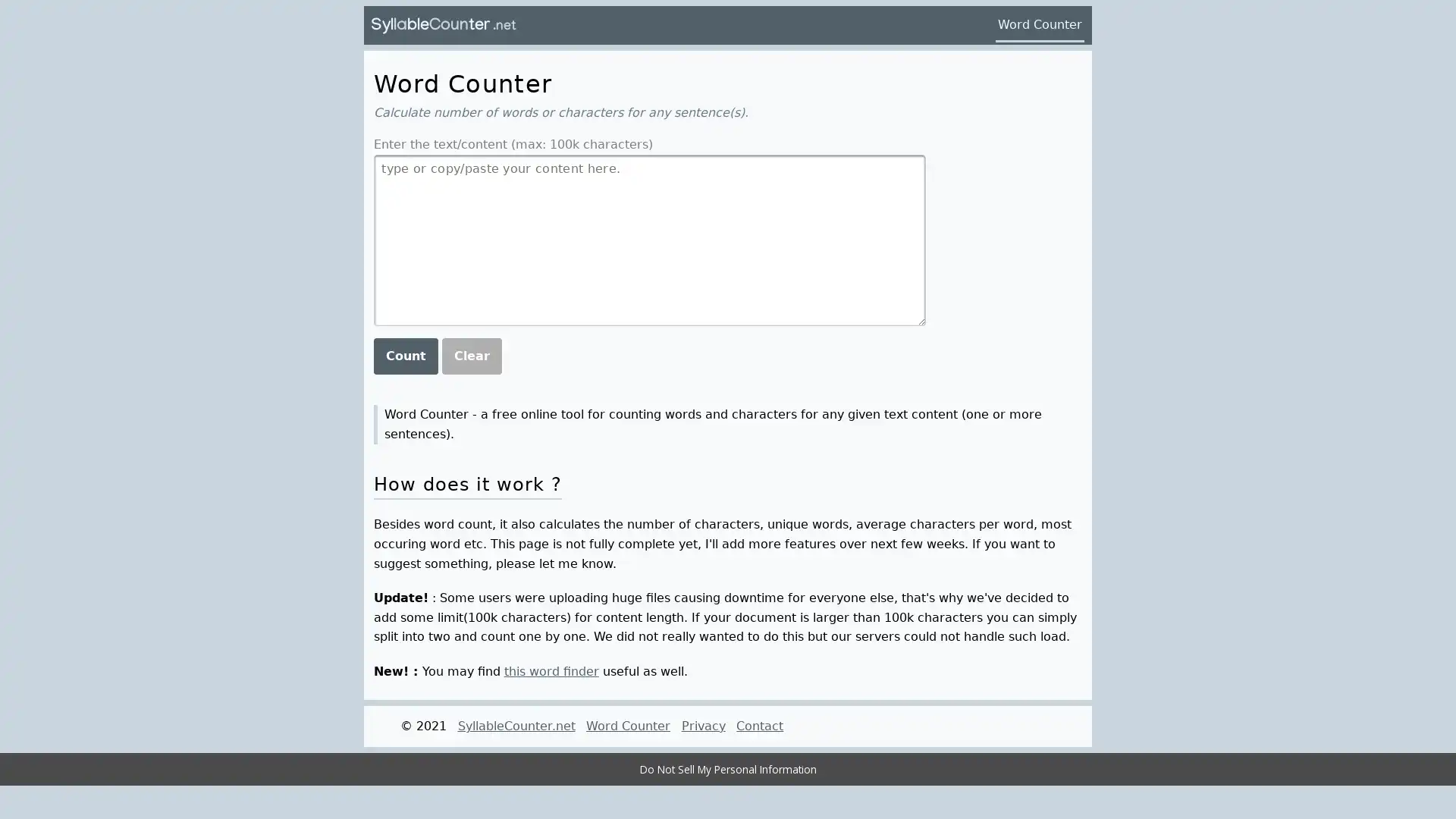 The height and width of the screenshot is (819, 1456). What do you see at coordinates (405, 356) in the screenshot?
I see `Count` at bounding box center [405, 356].